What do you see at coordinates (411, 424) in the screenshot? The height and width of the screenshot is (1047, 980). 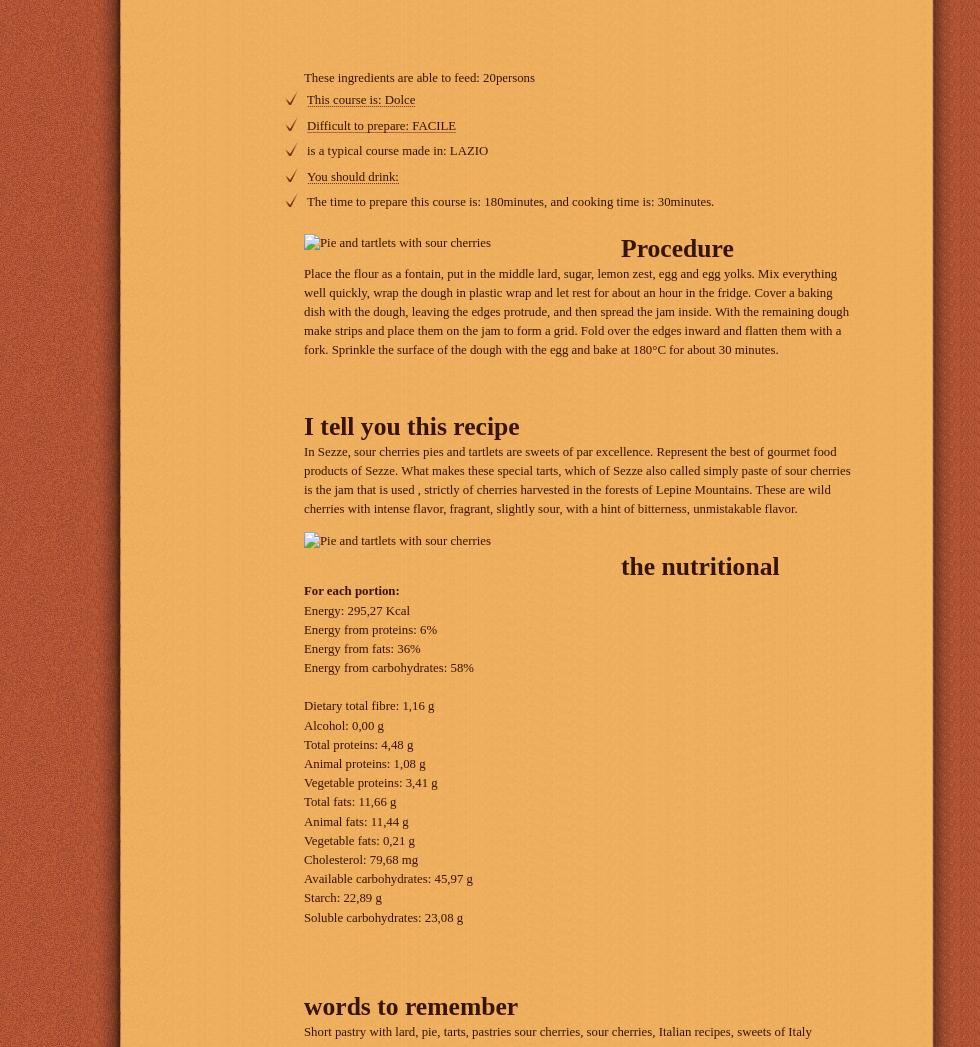 I see `'I tell you this recipe'` at bounding box center [411, 424].